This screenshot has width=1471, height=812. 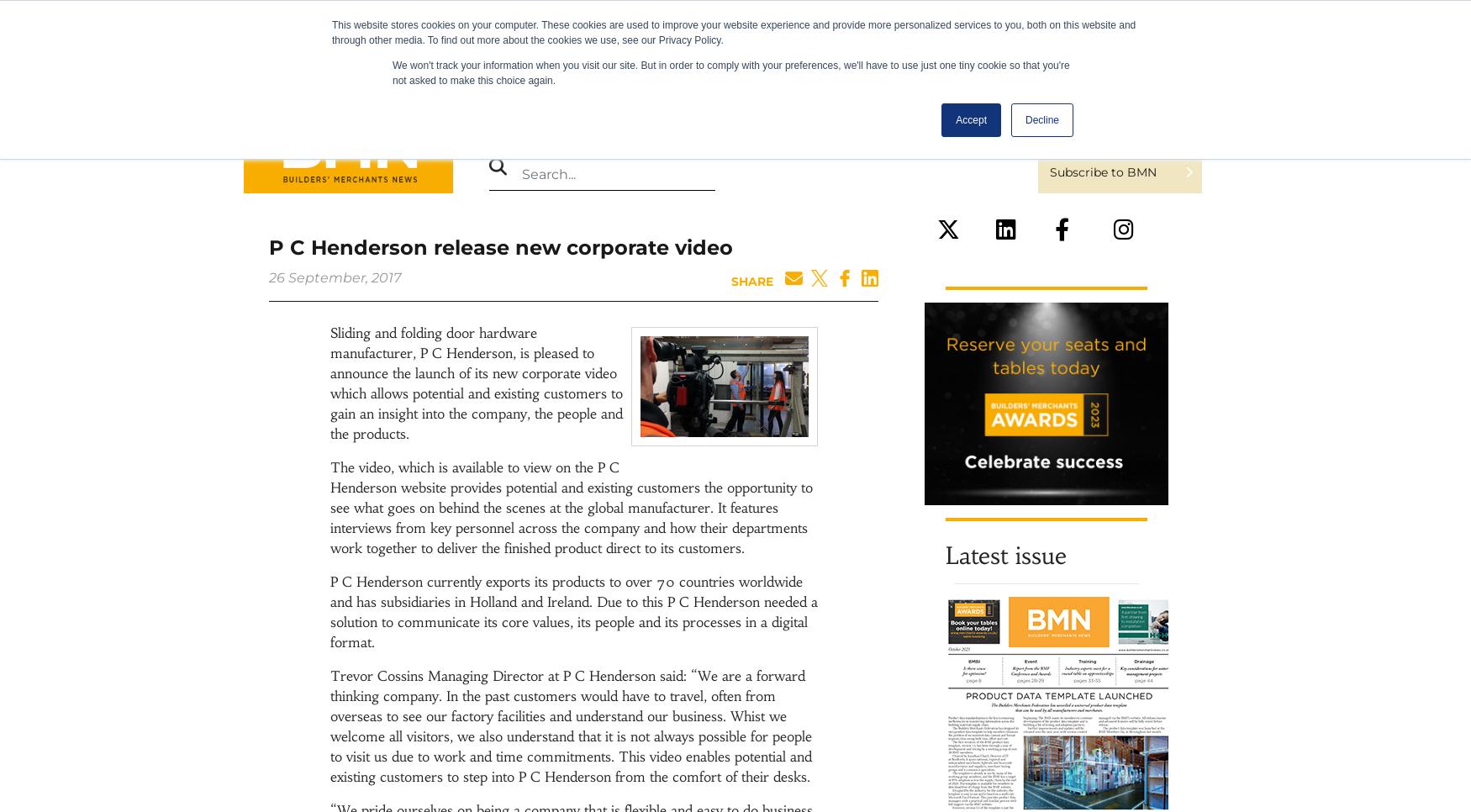 What do you see at coordinates (734, 33) in the screenshot?
I see `'This website stores cookies on your computer. These cookies are used to improve your website experience and provide more personalized services to you, both on this website and through other media. To find out more about the cookies we use, see our Privacy Policy.'` at bounding box center [734, 33].